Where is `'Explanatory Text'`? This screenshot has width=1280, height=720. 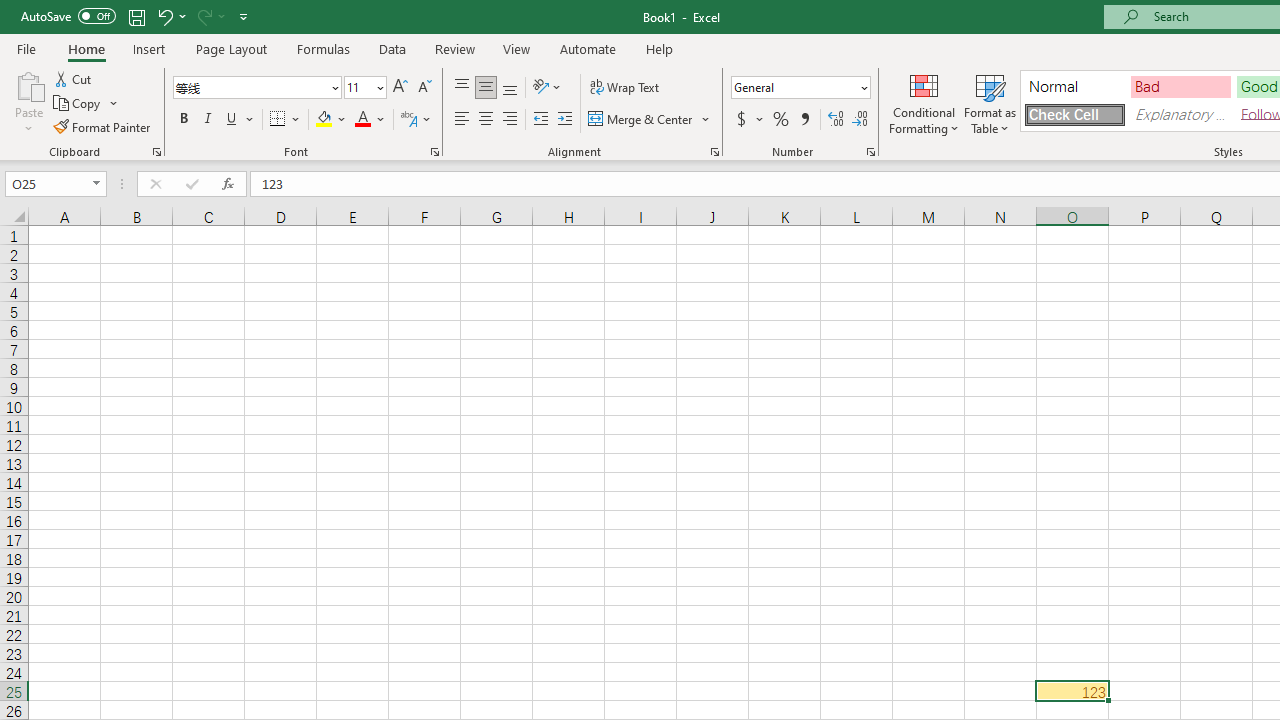
'Explanatory Text' is located at coordinates (1180, 114).